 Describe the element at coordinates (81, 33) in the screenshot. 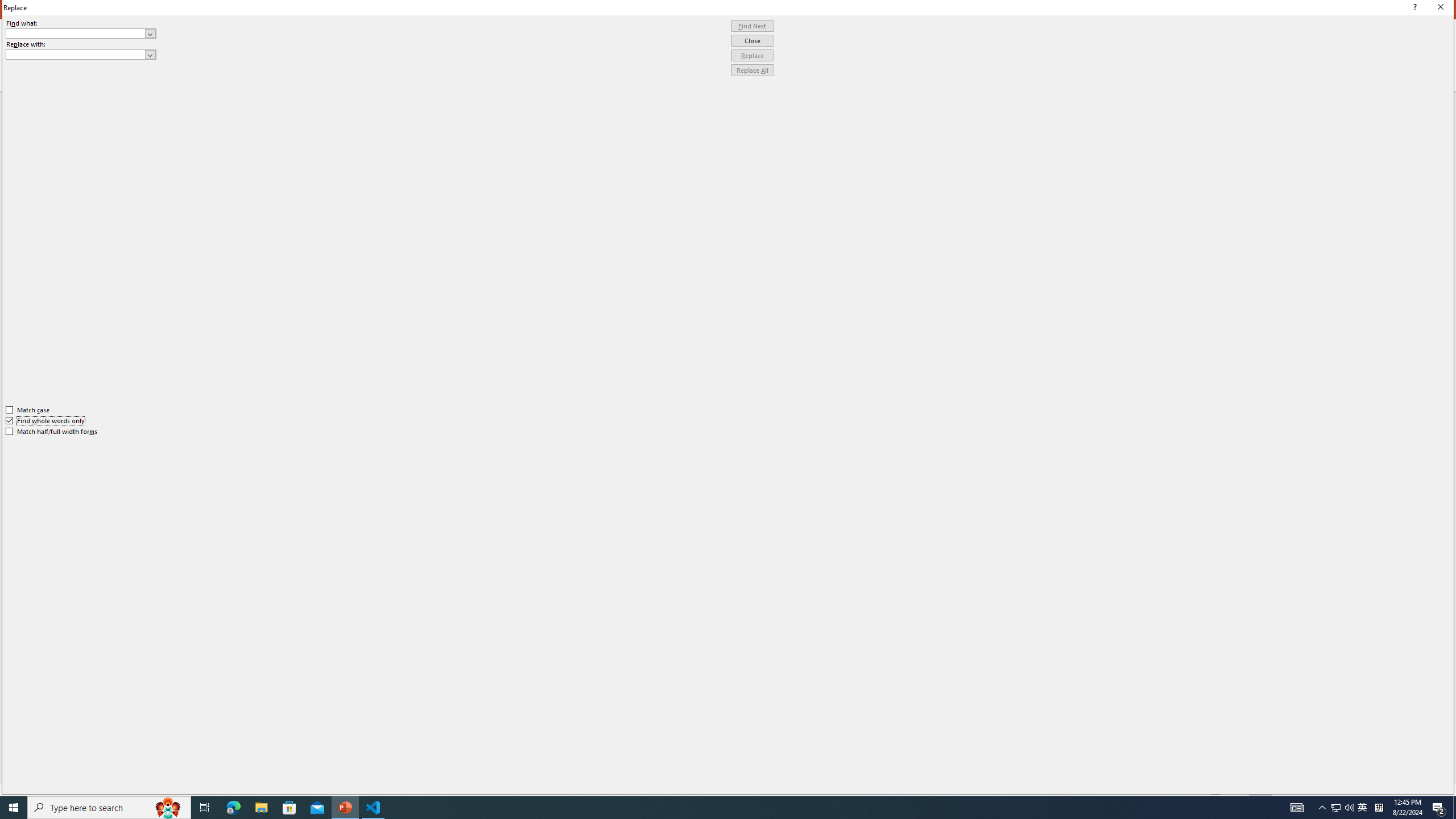

I see `'Find what'` at that location.